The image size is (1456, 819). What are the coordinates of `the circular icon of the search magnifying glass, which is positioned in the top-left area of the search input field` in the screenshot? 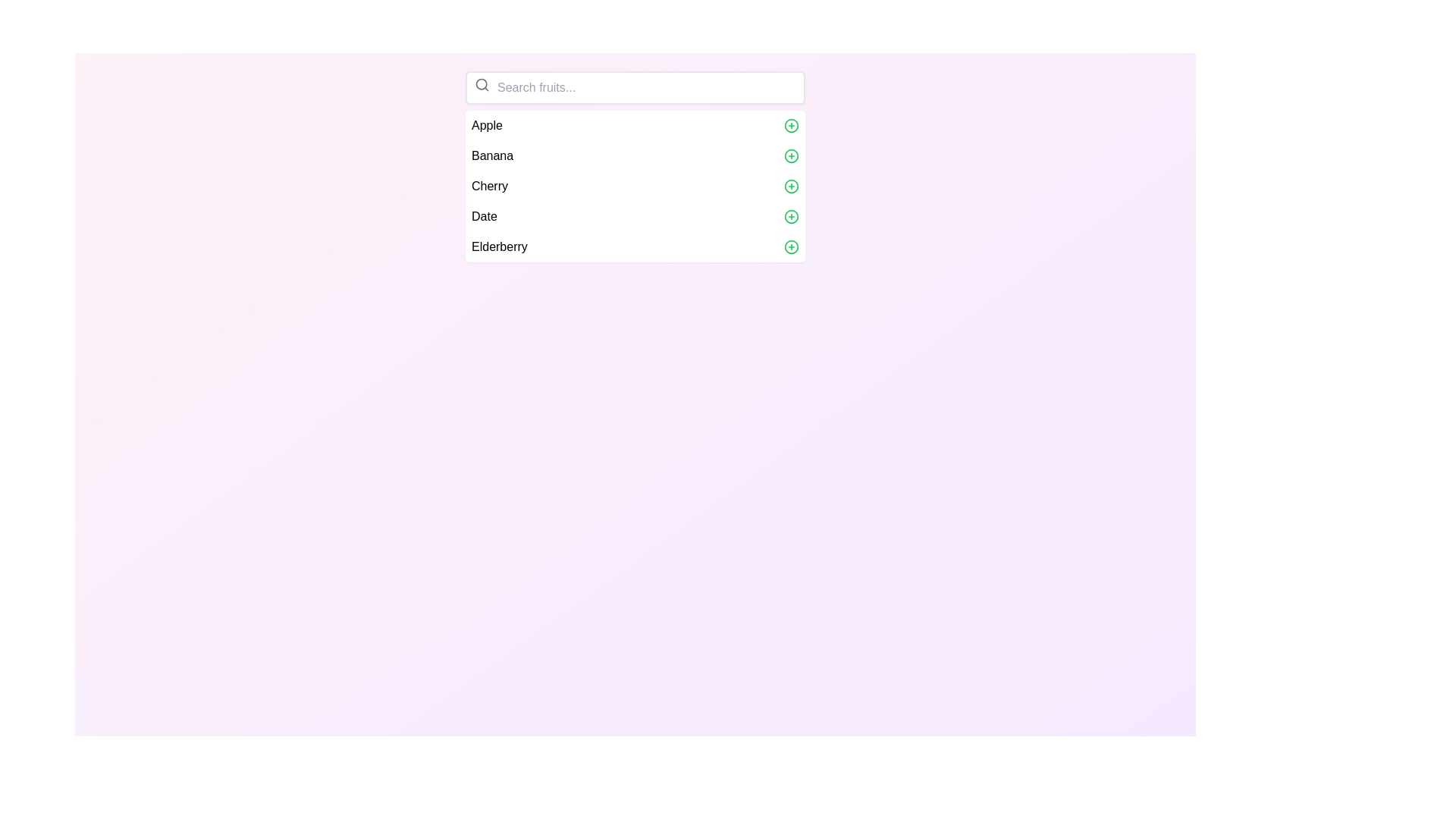 It's located at (481, 84).